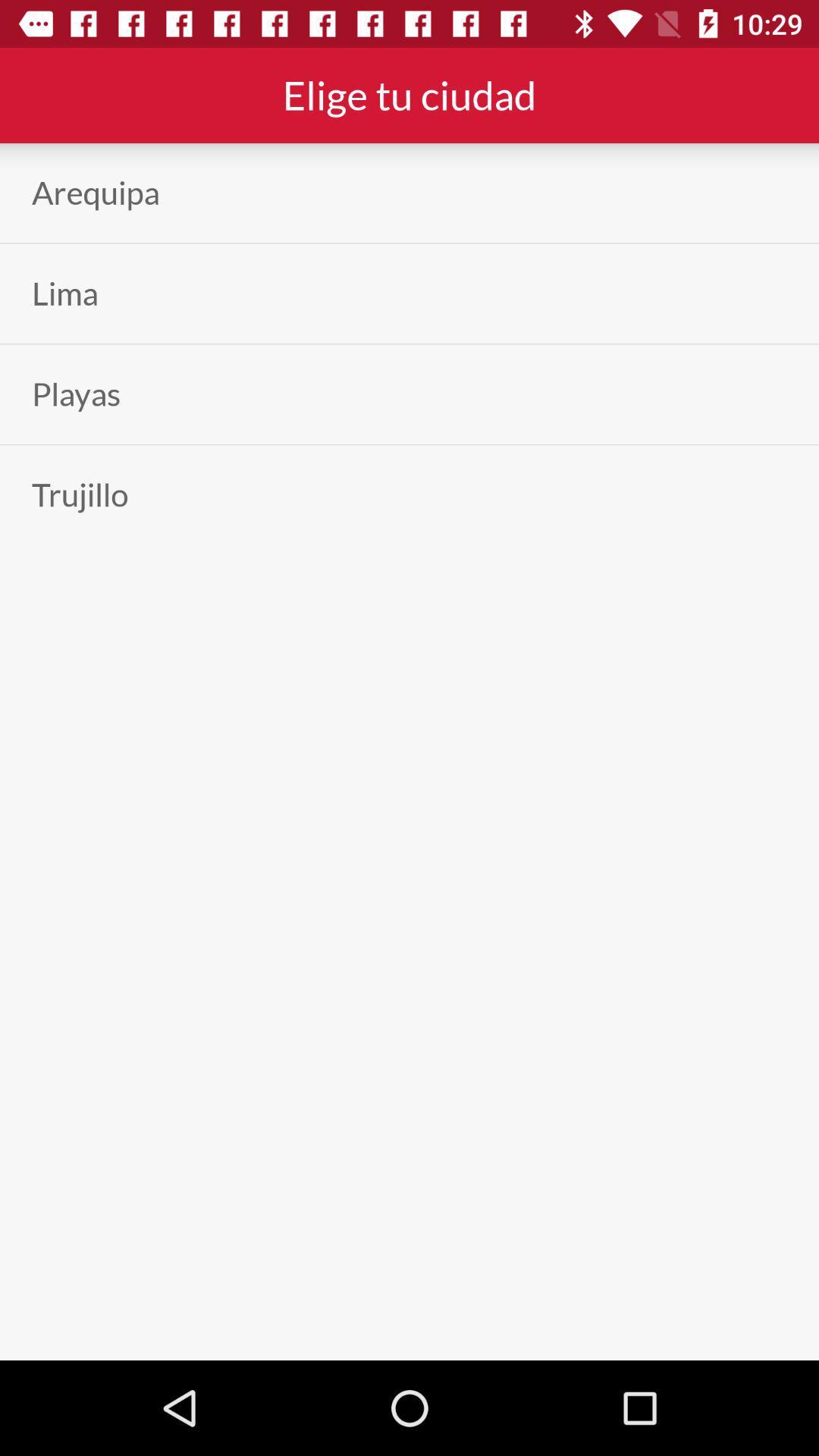 The height and width of the screenshot is (1456, 819). Describe the element at coordinates (80, 494) in the screenshot. I see `app on the left` at that location.